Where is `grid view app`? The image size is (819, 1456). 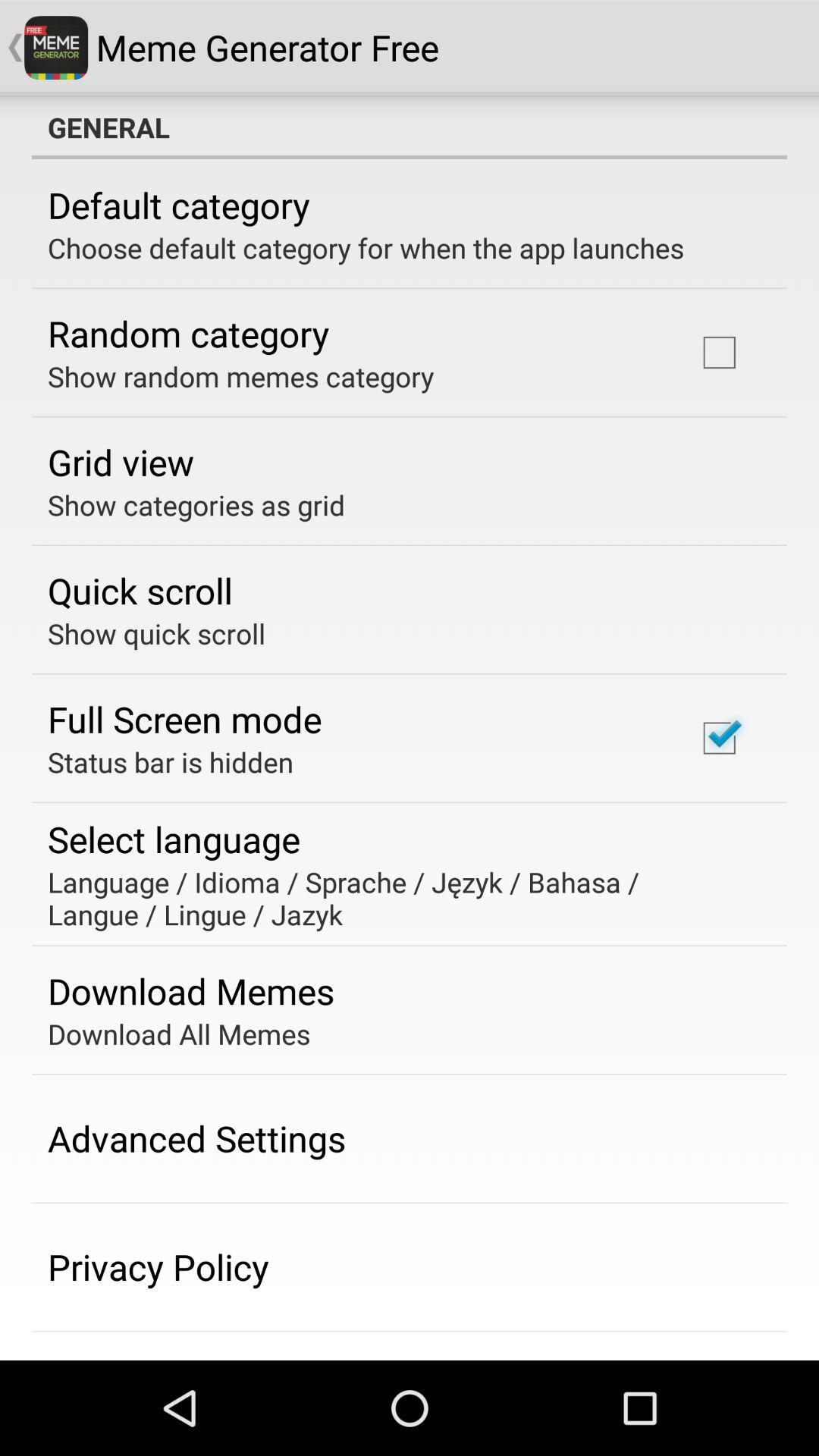
grid view app is located at coordinates (120, 461).